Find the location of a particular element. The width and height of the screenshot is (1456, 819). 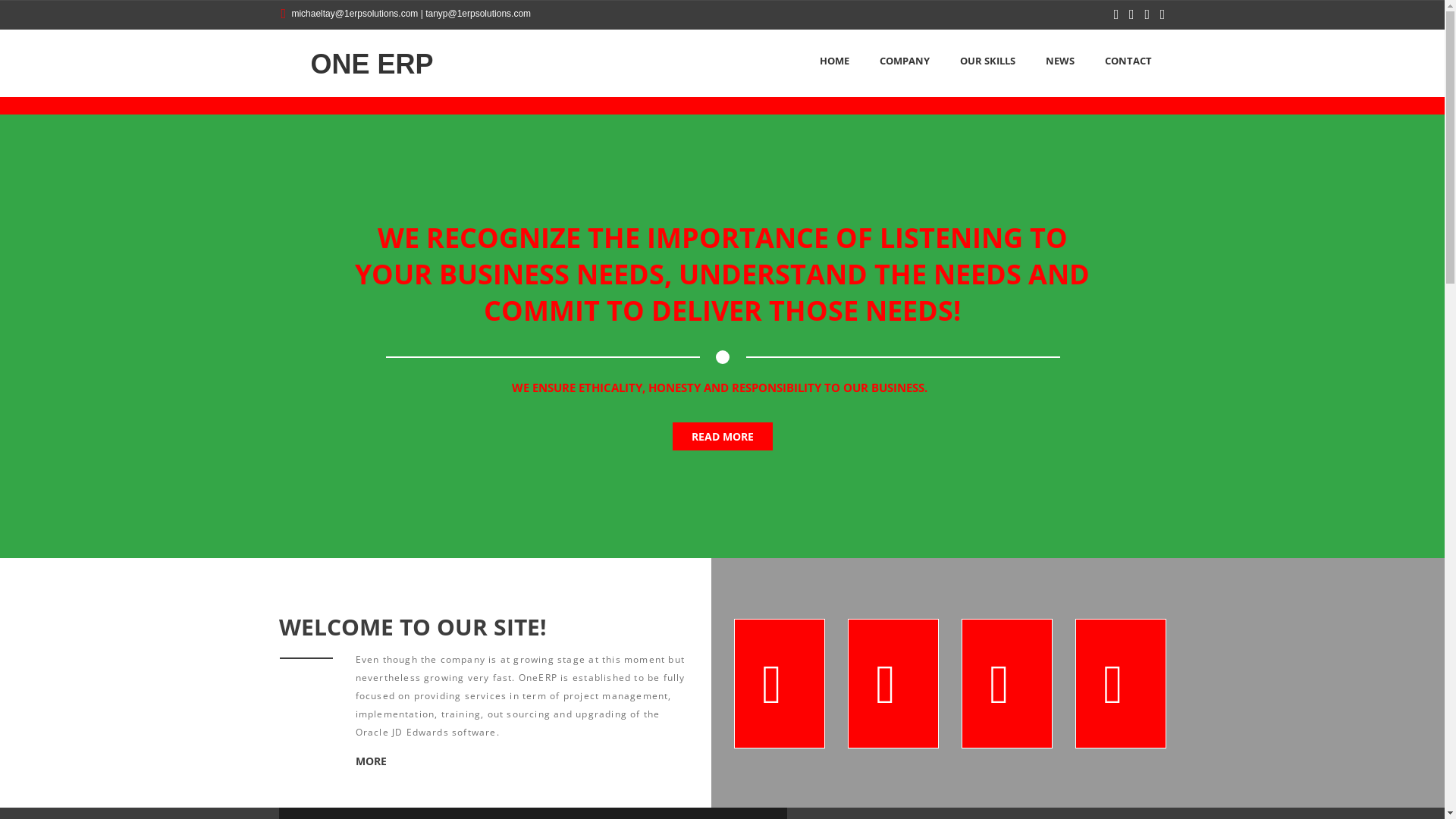

'NEWS' is located at coordinates (1031, 60).